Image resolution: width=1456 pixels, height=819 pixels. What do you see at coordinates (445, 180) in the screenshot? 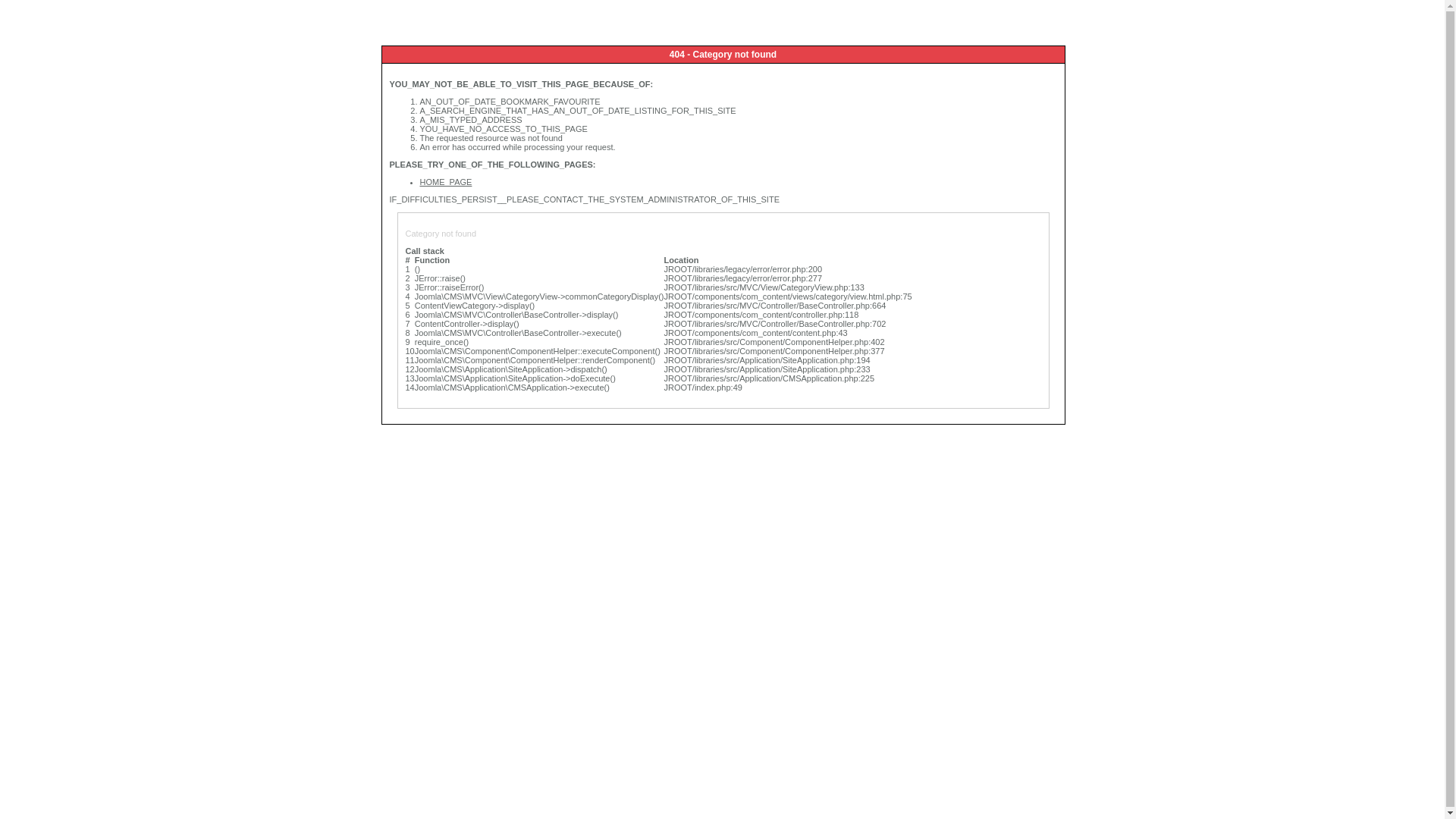
I see `'HOME_PAGE'` at bounding box center [445, 180].